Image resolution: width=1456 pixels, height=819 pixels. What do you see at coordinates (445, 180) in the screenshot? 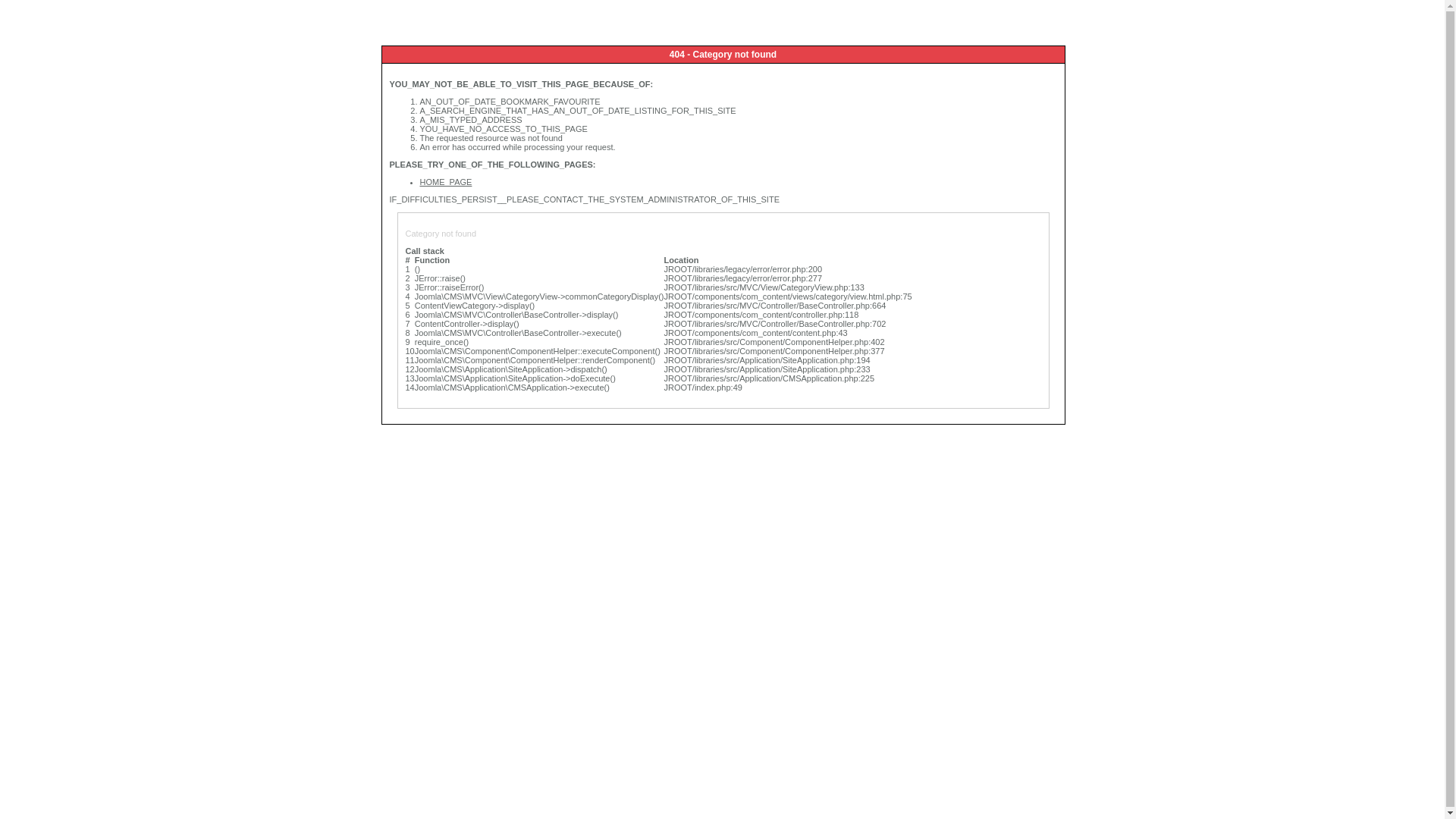
I see `'HOME_PAGE'` at bounding box center [445, 180].